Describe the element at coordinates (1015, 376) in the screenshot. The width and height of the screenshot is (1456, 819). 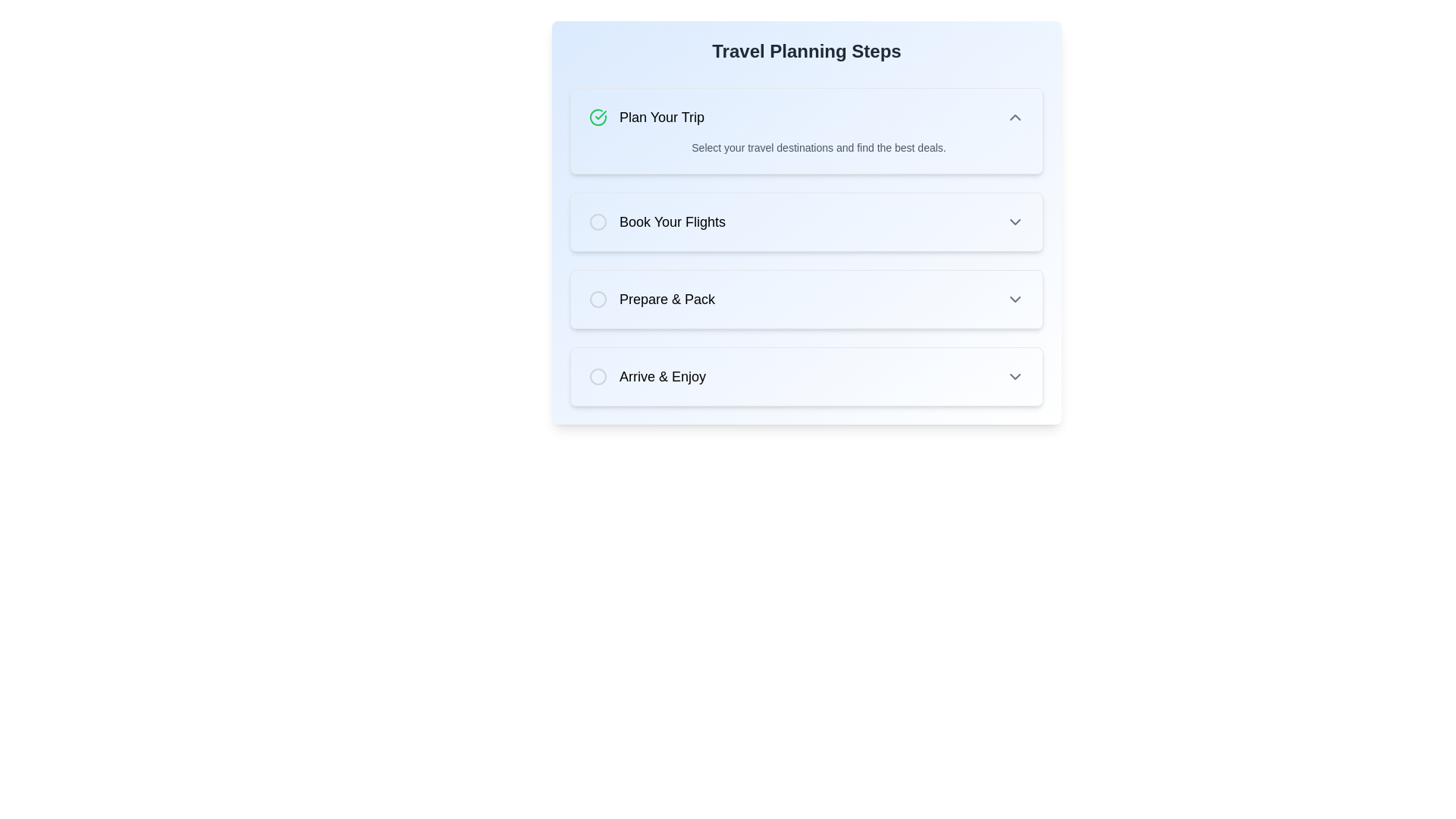
I see `the small gray chevron-down icon located at the far right of the 'Arrive & Enjoy' row` at that location.